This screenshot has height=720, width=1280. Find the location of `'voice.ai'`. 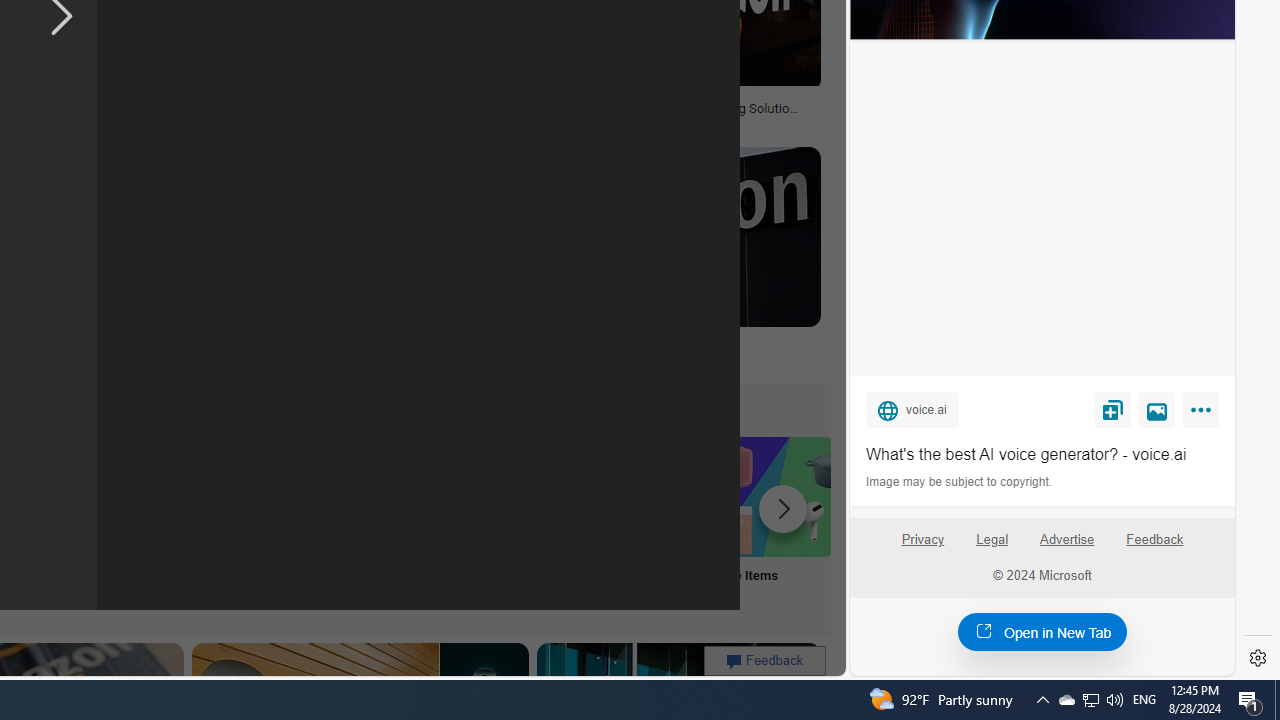

'voice.ai' is located at coordinates (911, 408).